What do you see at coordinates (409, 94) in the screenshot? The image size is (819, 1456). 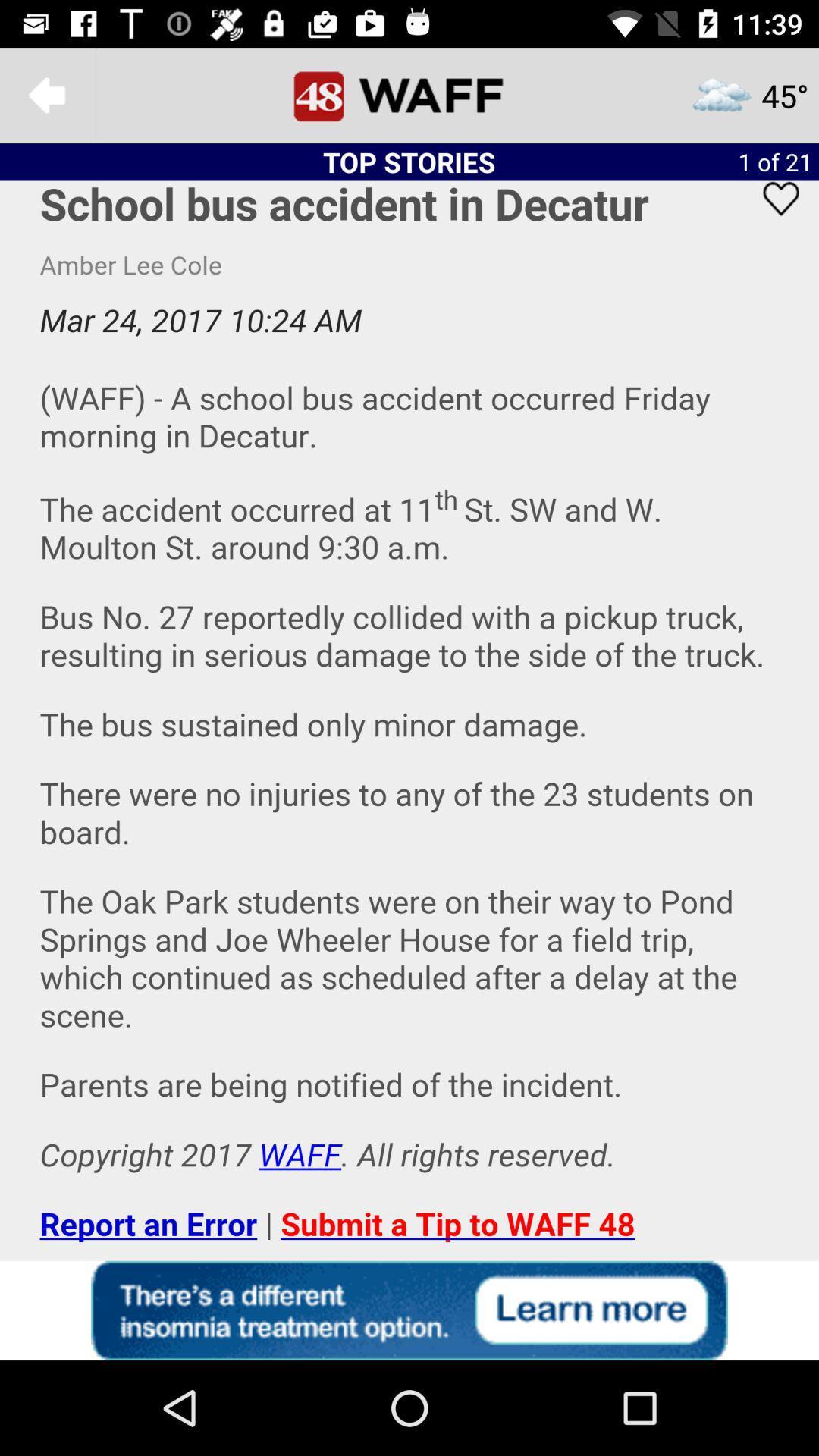 I see `homepage` at bounding box center [409, 94].